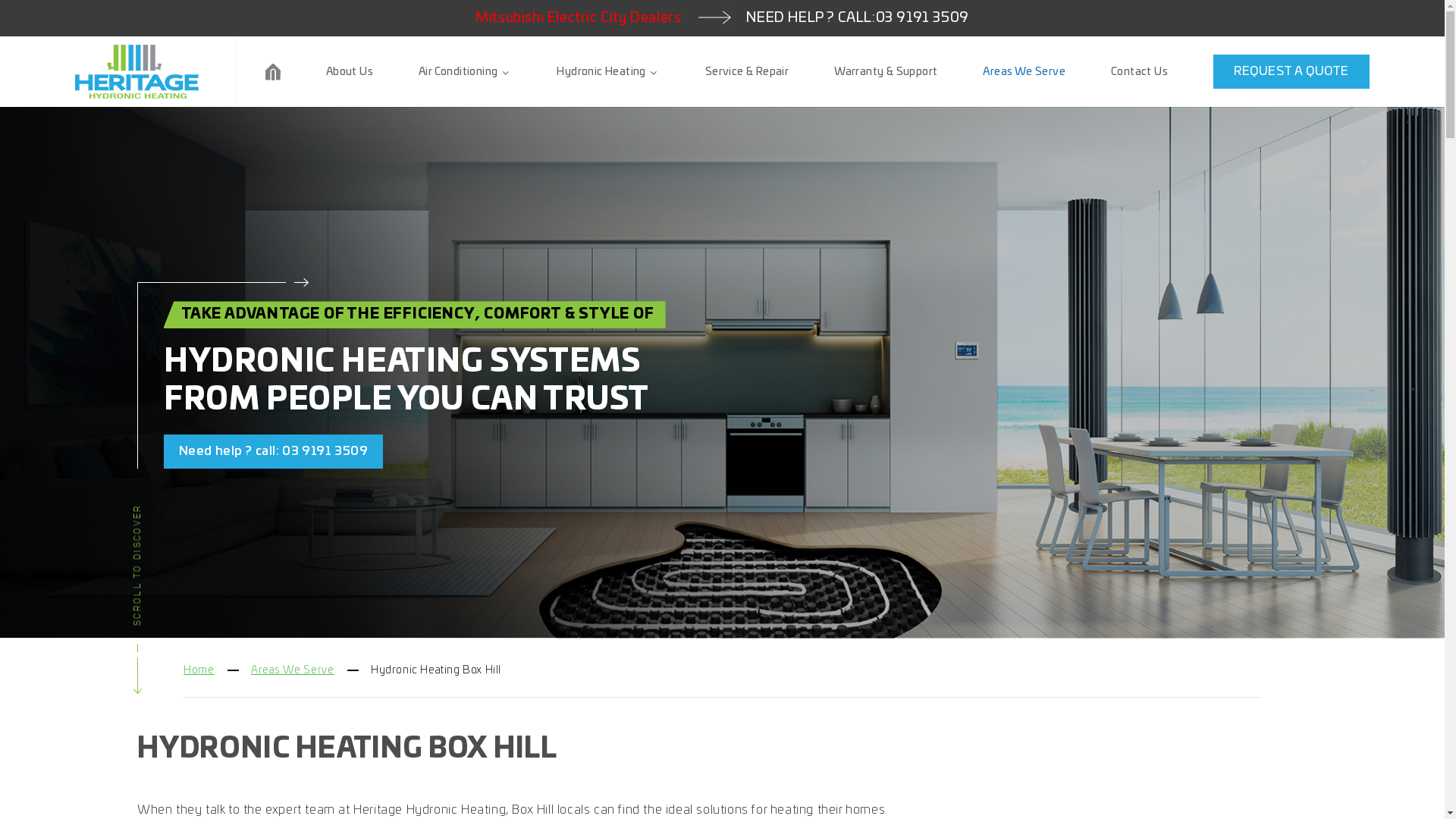 This screenshot has width=1456, height=819. What do you see at coordinates (1139, 71) in the screenshot?
I see `'Contact Us'` at bounding box center [1139, 71].